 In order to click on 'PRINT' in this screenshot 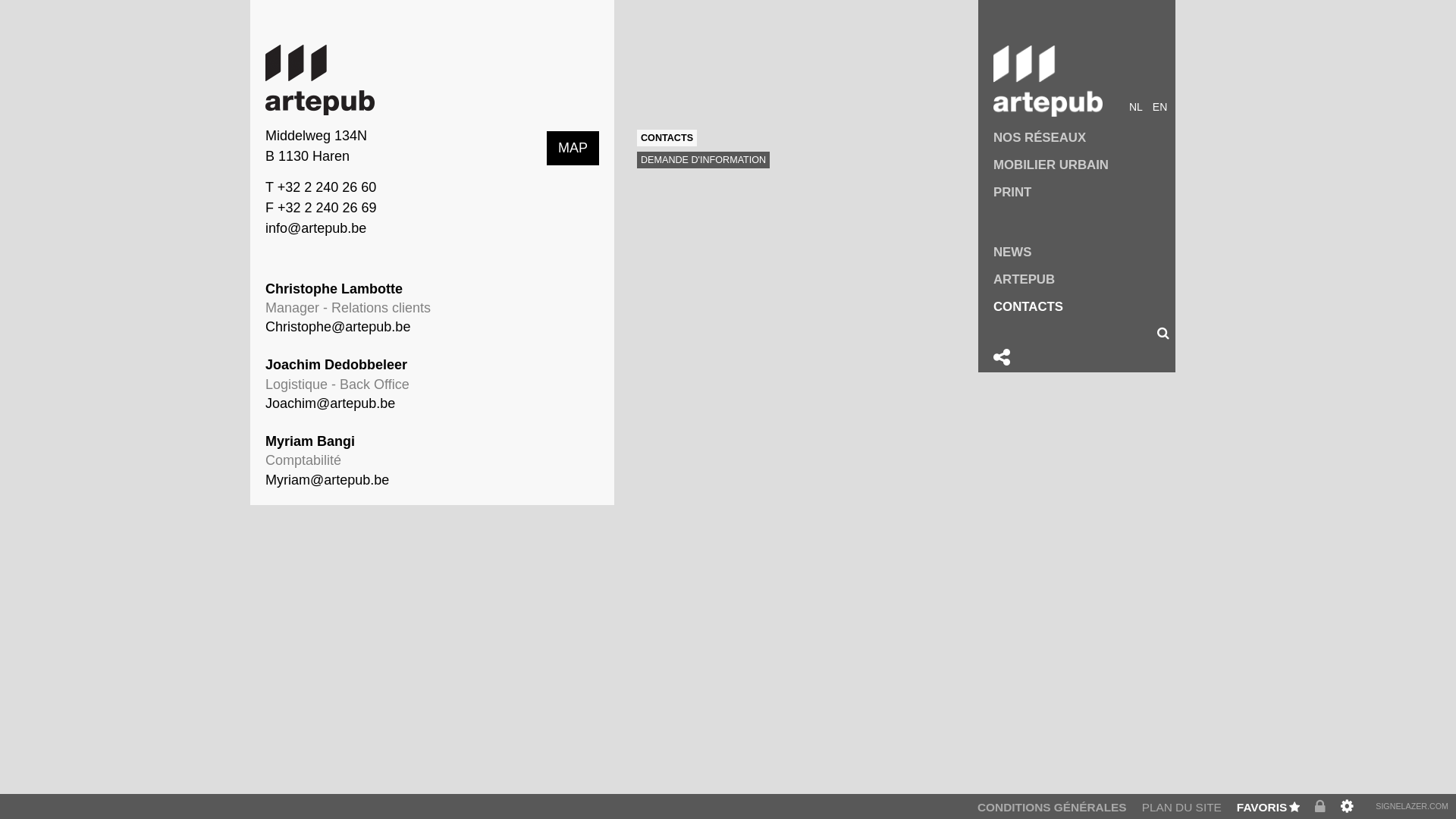, I will do `click(1084, 191)`.